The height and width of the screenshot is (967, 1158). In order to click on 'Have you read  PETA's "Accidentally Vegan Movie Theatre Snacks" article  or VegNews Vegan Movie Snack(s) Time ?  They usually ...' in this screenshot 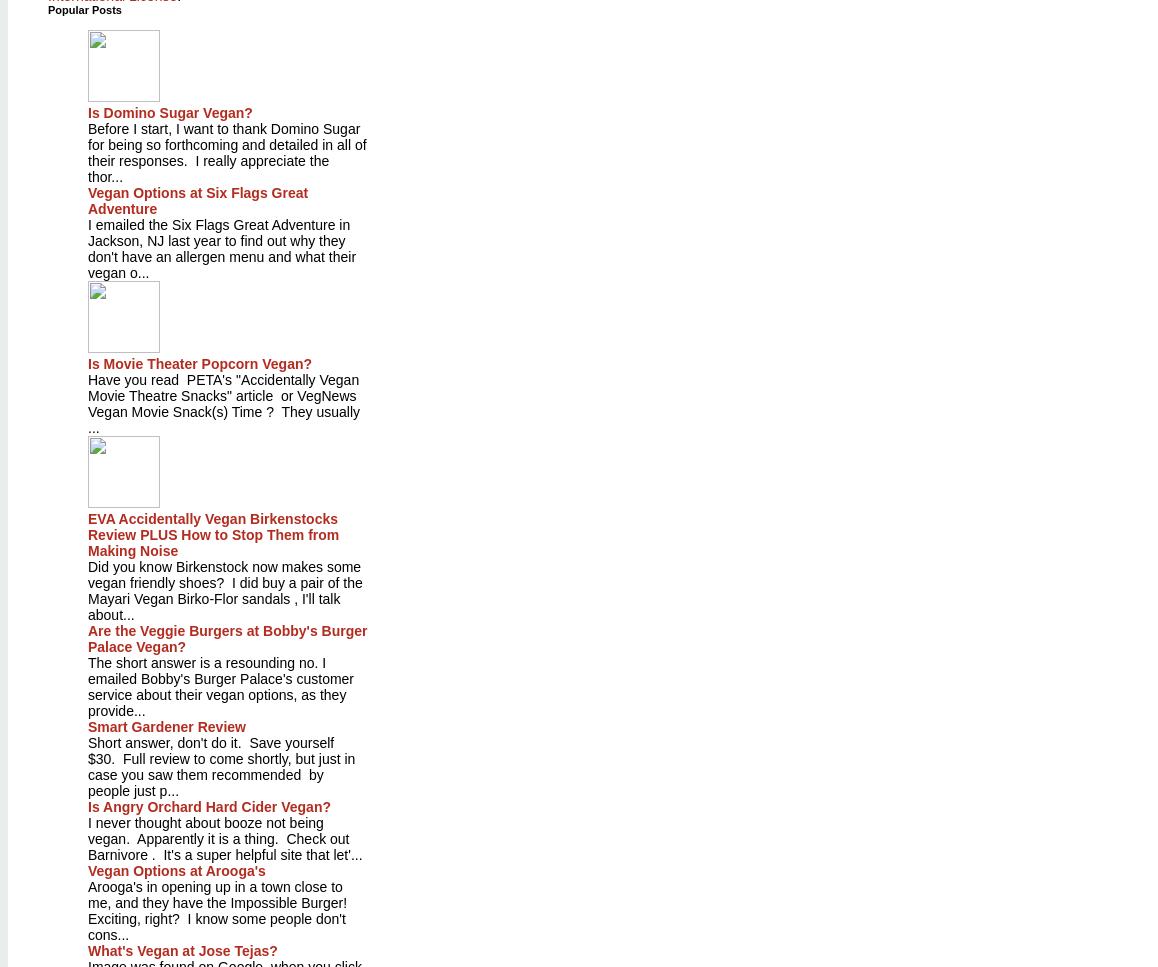, I will do `click(223, 403)`.